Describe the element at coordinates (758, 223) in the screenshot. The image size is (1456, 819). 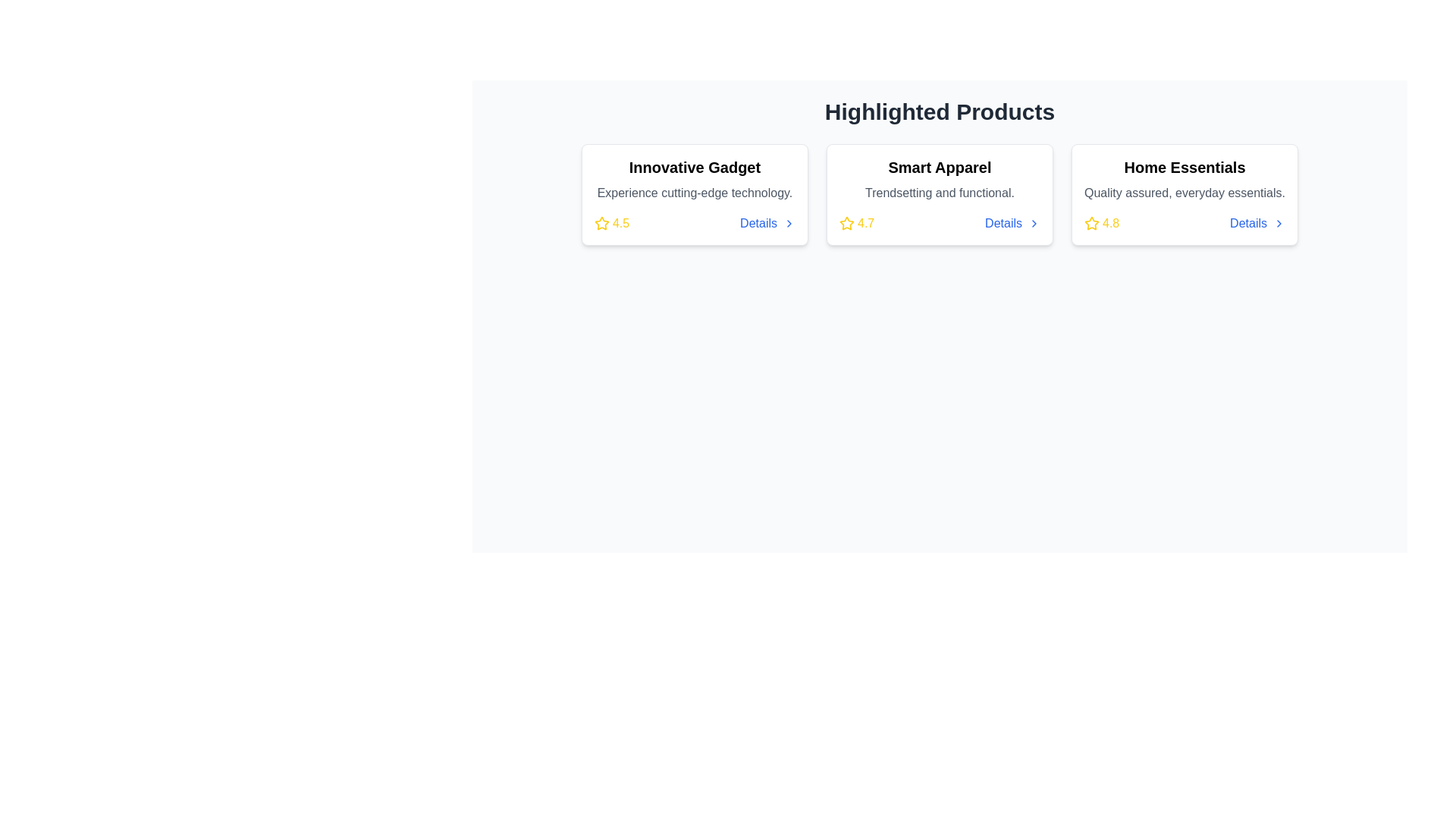
I see `the text label displaying 'Details' styled in blue, which is located in the 'Innovative Gadget' card, below the rating and next to a rightward-pointing arrow icon` at that location.